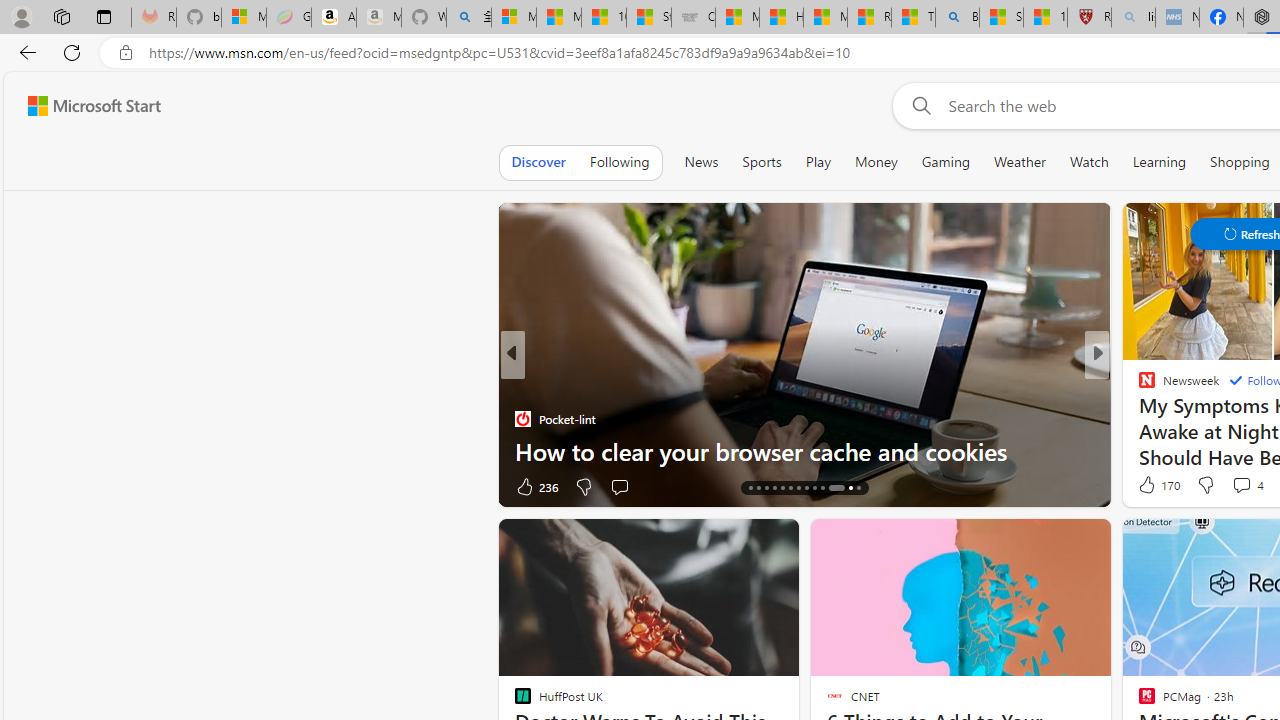  What do you see at coordinates (760, 161) in the screenshot?
I see `'Sports'` at bounding box center [760, 161].